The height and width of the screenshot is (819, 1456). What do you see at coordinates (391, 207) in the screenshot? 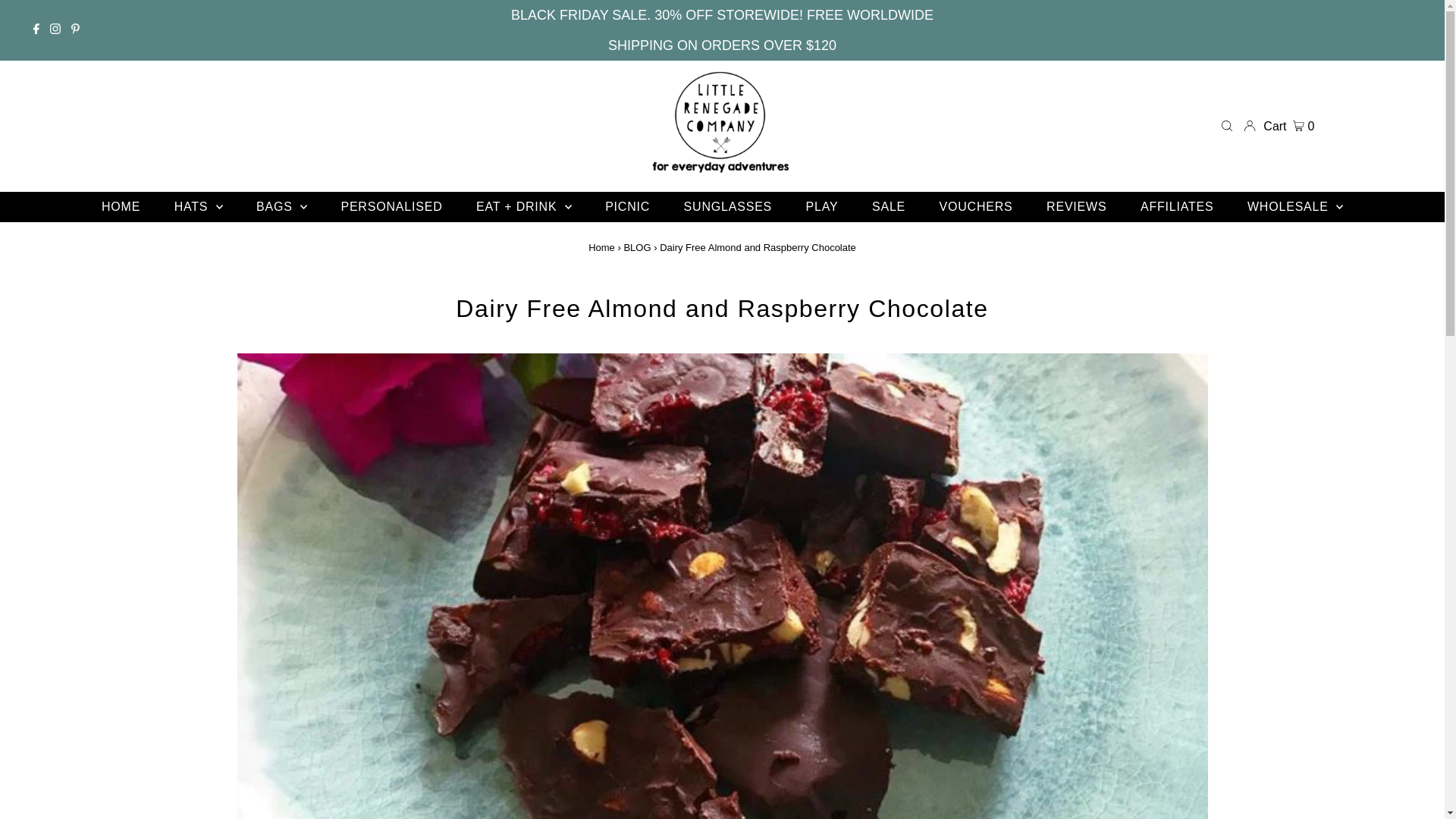
I see `'PERSONALISED'` at bounding box center [391, 207].